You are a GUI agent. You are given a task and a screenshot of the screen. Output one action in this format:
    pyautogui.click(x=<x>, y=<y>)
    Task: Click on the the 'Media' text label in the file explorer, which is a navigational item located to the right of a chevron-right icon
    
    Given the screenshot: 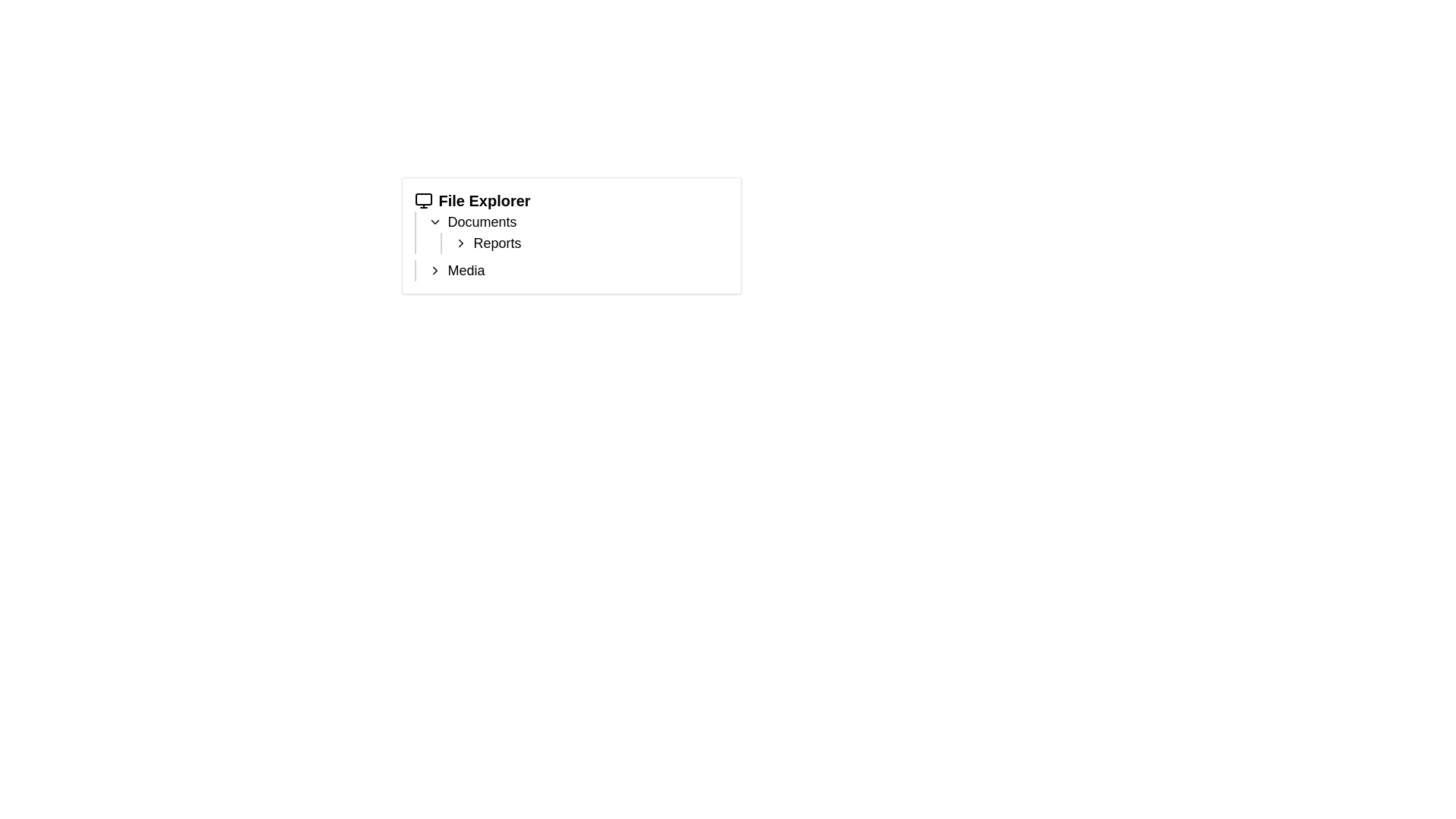 What is the action you would take?
    pyautogui.click(x=465, y=270)
    